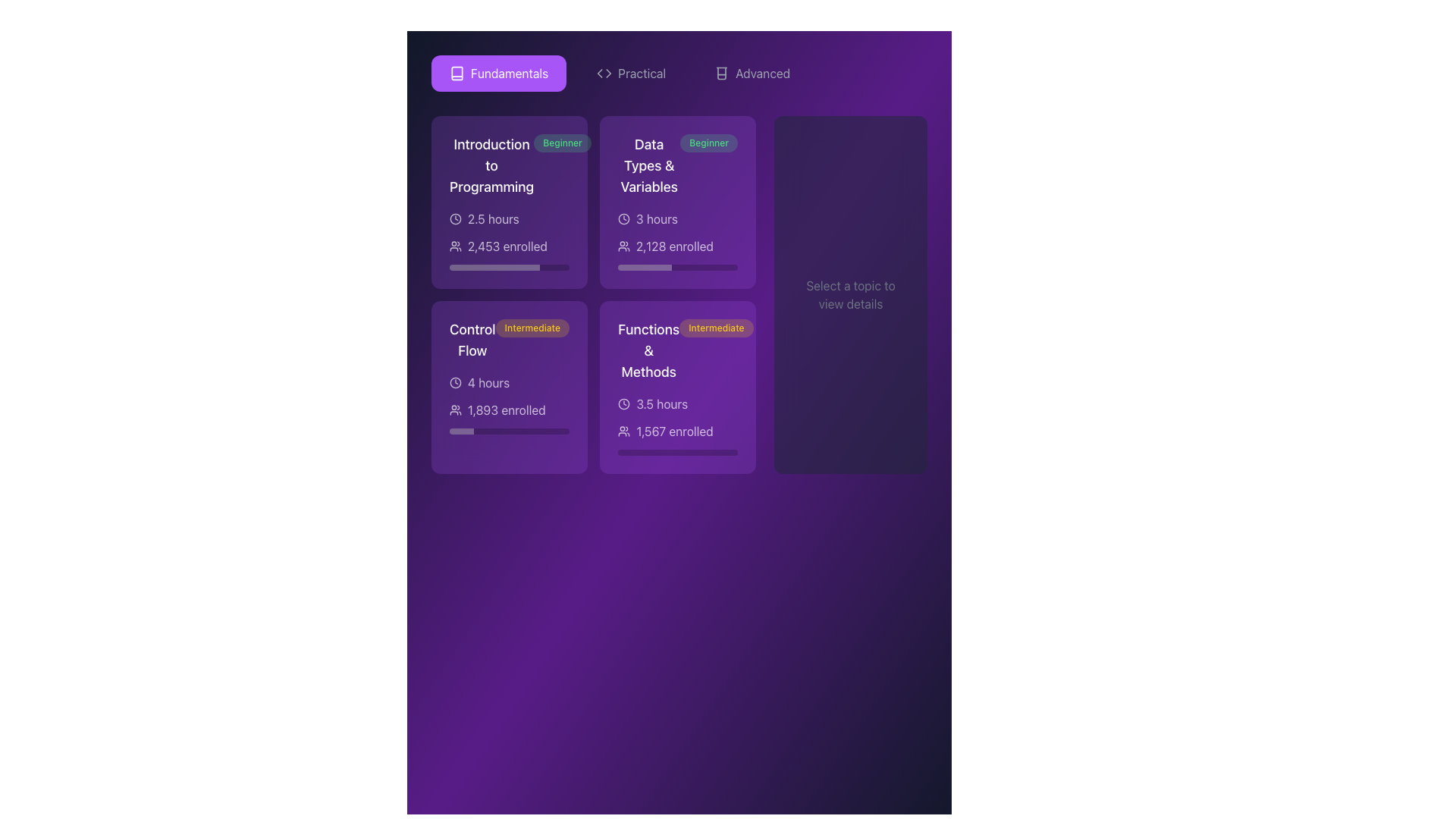 This screenshot has height=819, width=1456. What do you see at coordinates (642, 73) in the screenshot?
I see `the text label or navigation link that contains the text 'Practical', which is part of the navigation bar located near the top center of the interface` at bounding box center [642, 73].